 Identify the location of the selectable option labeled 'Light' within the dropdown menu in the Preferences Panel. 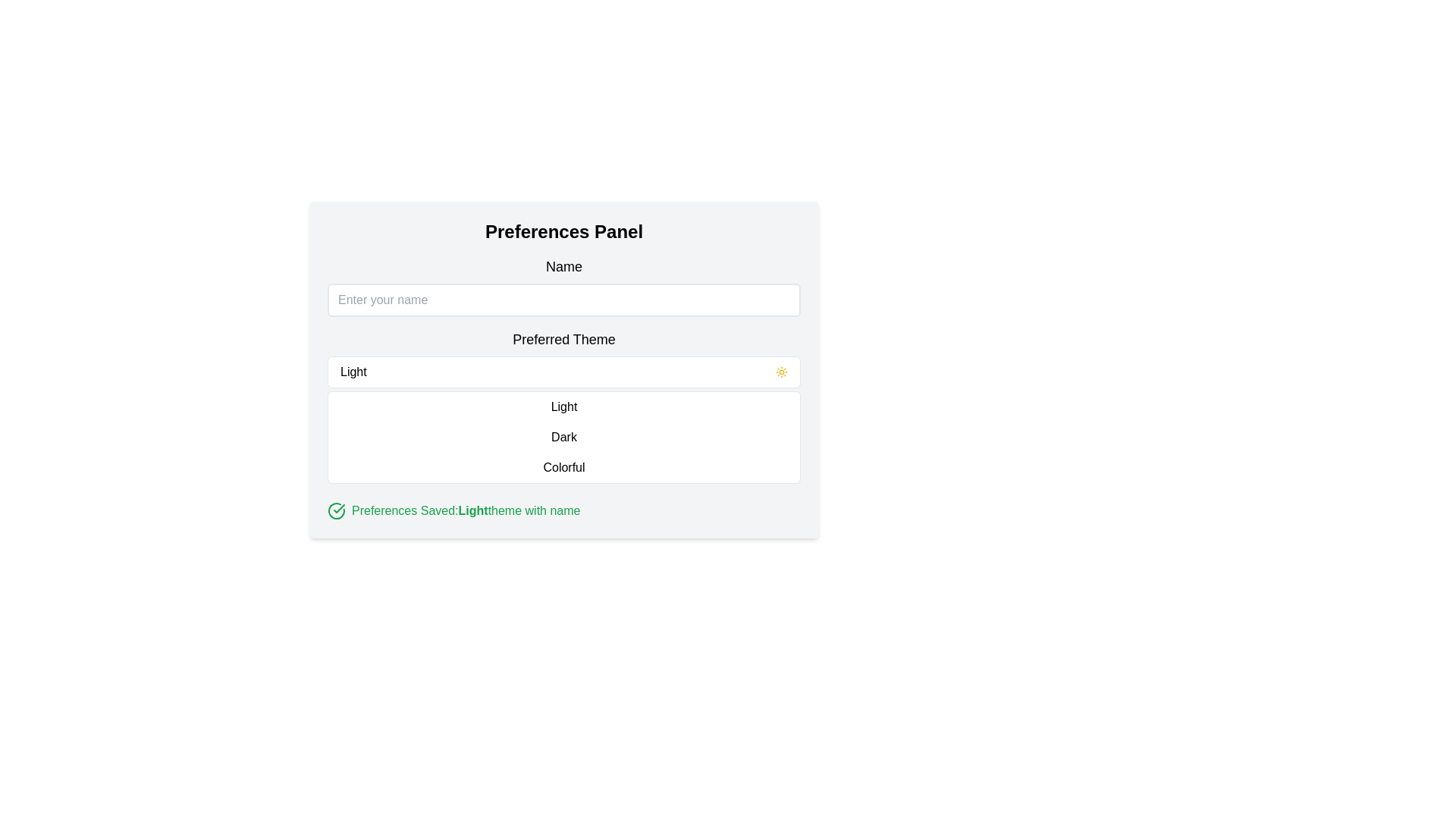
(563, 372).